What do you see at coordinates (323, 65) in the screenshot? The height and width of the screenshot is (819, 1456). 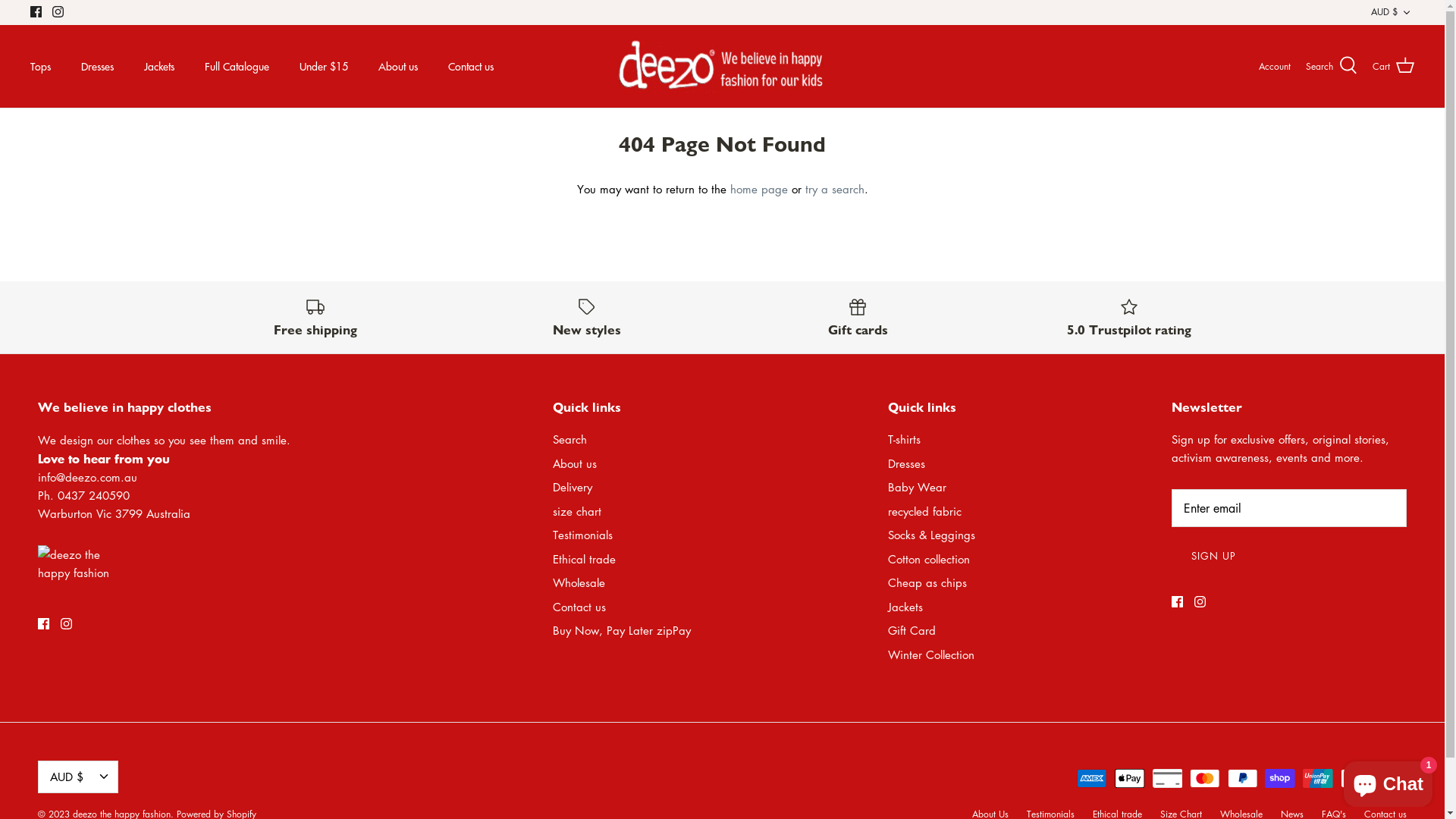 I see `'Under $15'` at bounding box center [323, 65].